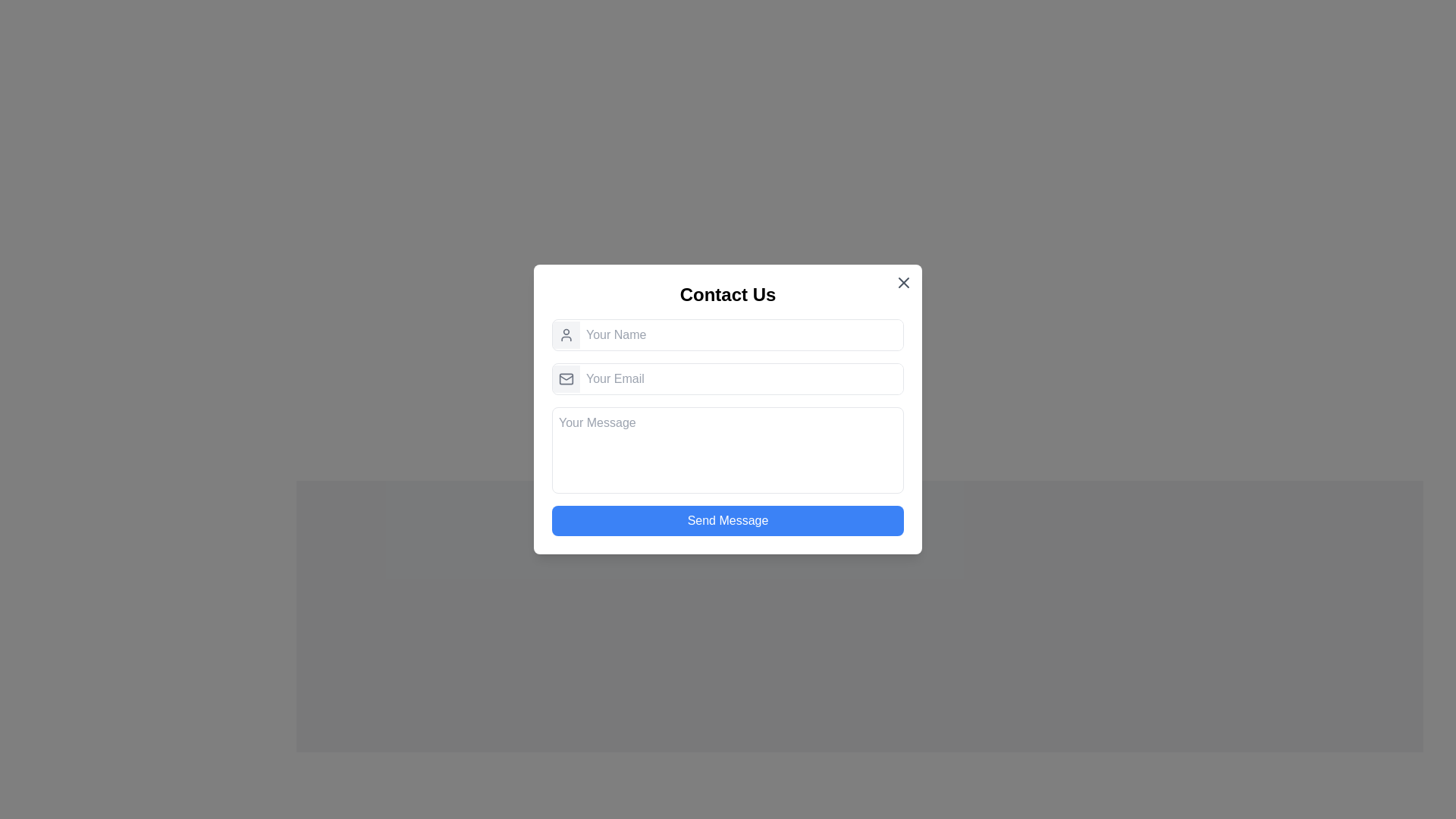 The image size is (1456, 819). I want to click on the SVG graphics element resembling an email envelope icon, located to the left of the email input field in the 'Contact Us' modal dialog, so click(566, 378).